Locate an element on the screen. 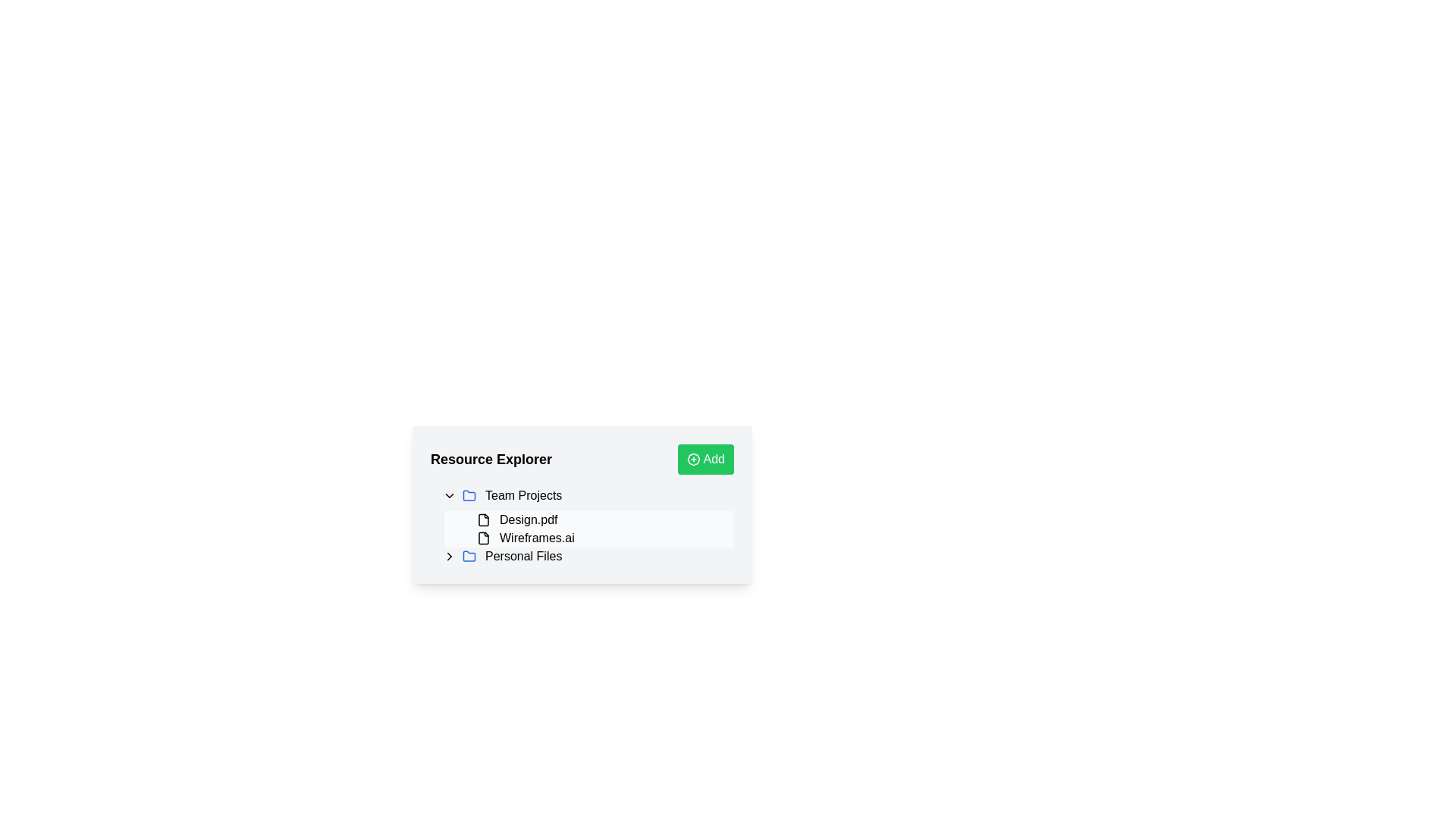 The image size is (1456, 819). the 'Add' button with a green background and white text in the 'Resource Explorer' section is located at coordinates (704, 458).